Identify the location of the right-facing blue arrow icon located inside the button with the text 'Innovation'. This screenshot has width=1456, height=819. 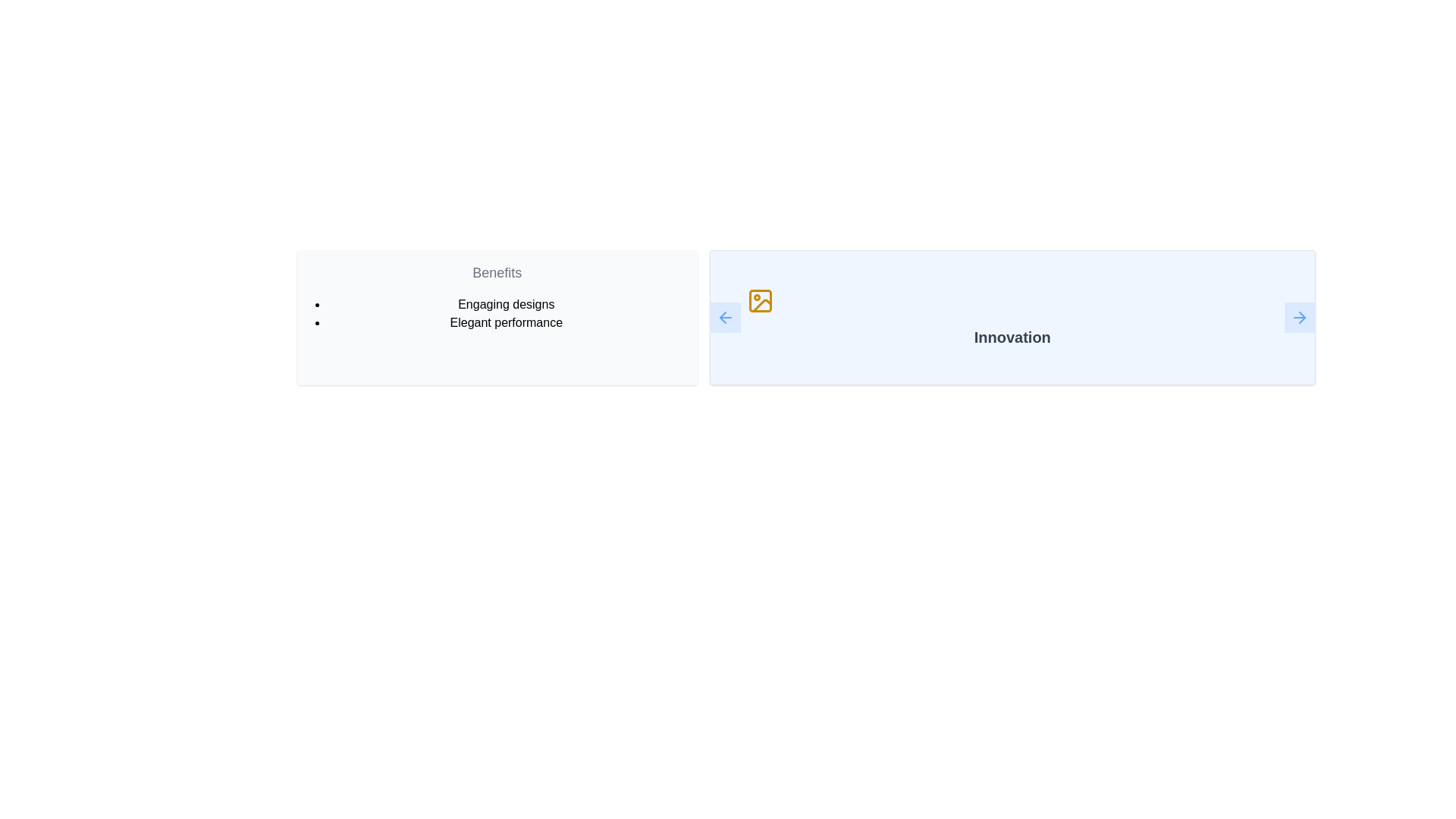
(1298, 317).